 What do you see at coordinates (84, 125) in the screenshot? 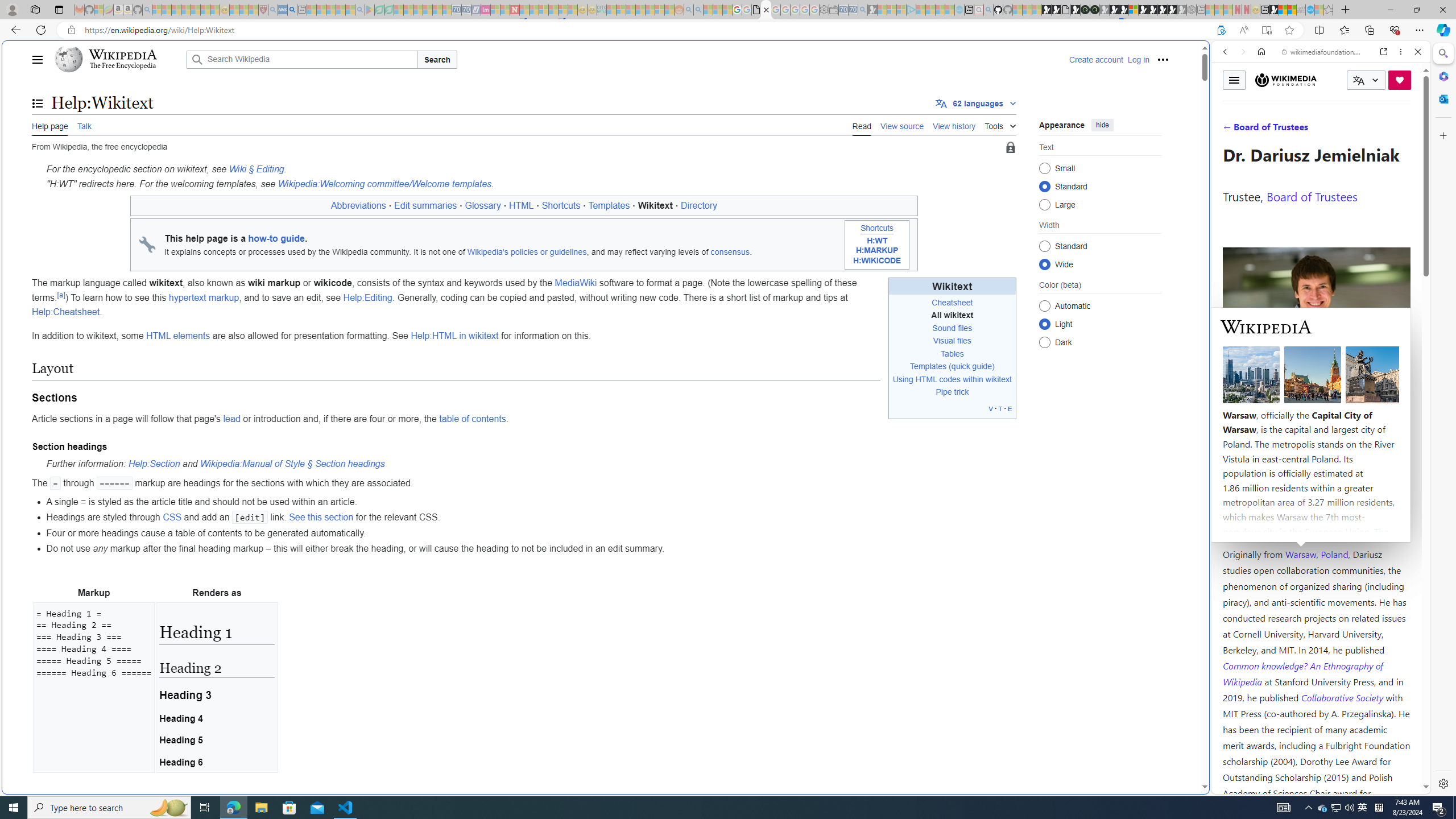
I see `'Talk'` at bounding box center [84, 125].